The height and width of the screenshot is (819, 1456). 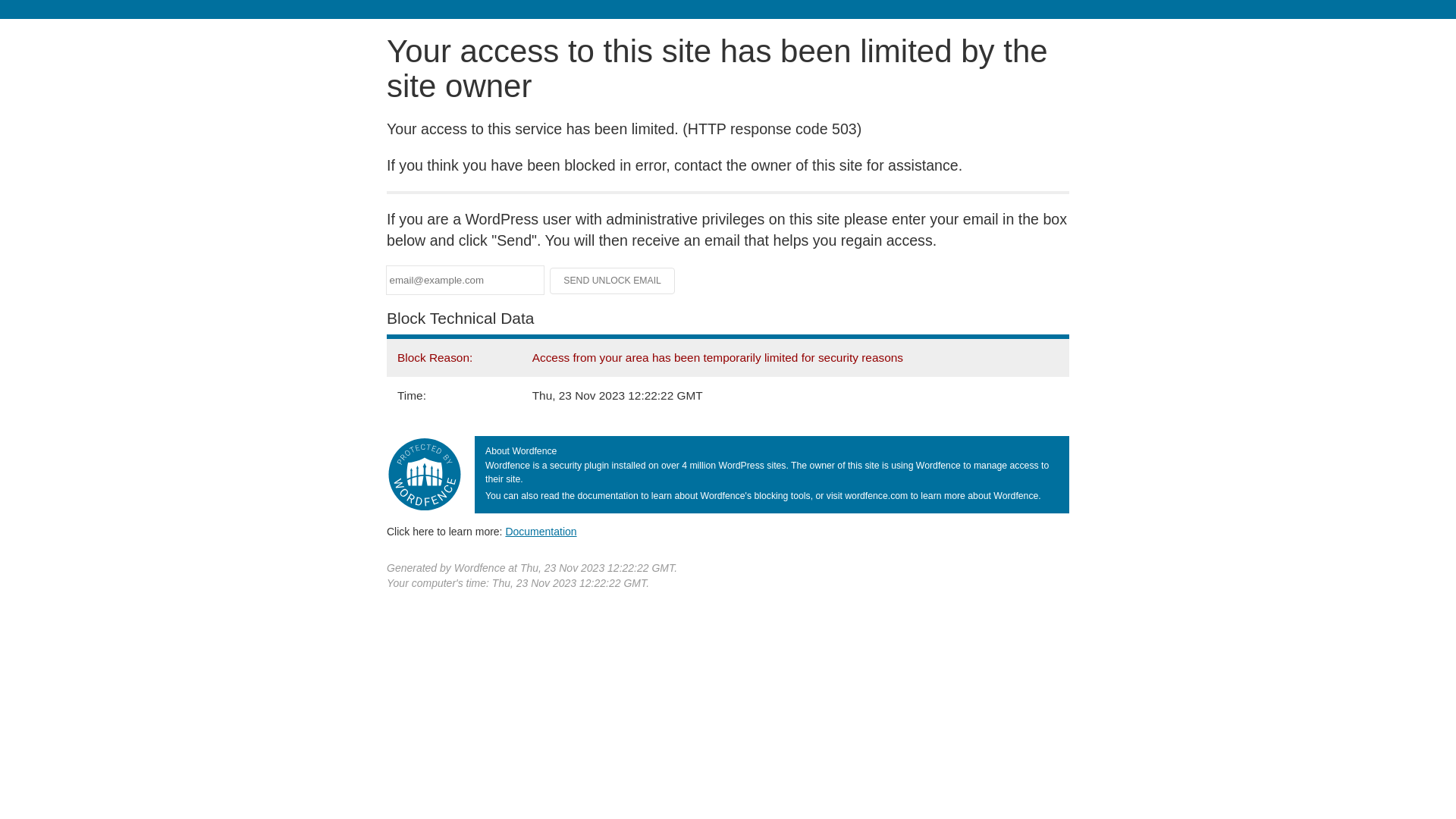 What do you see at coordinates (612, 281) in the screenshot?
I see `'Send Unlock Email'` at bounding box center [612, 281].